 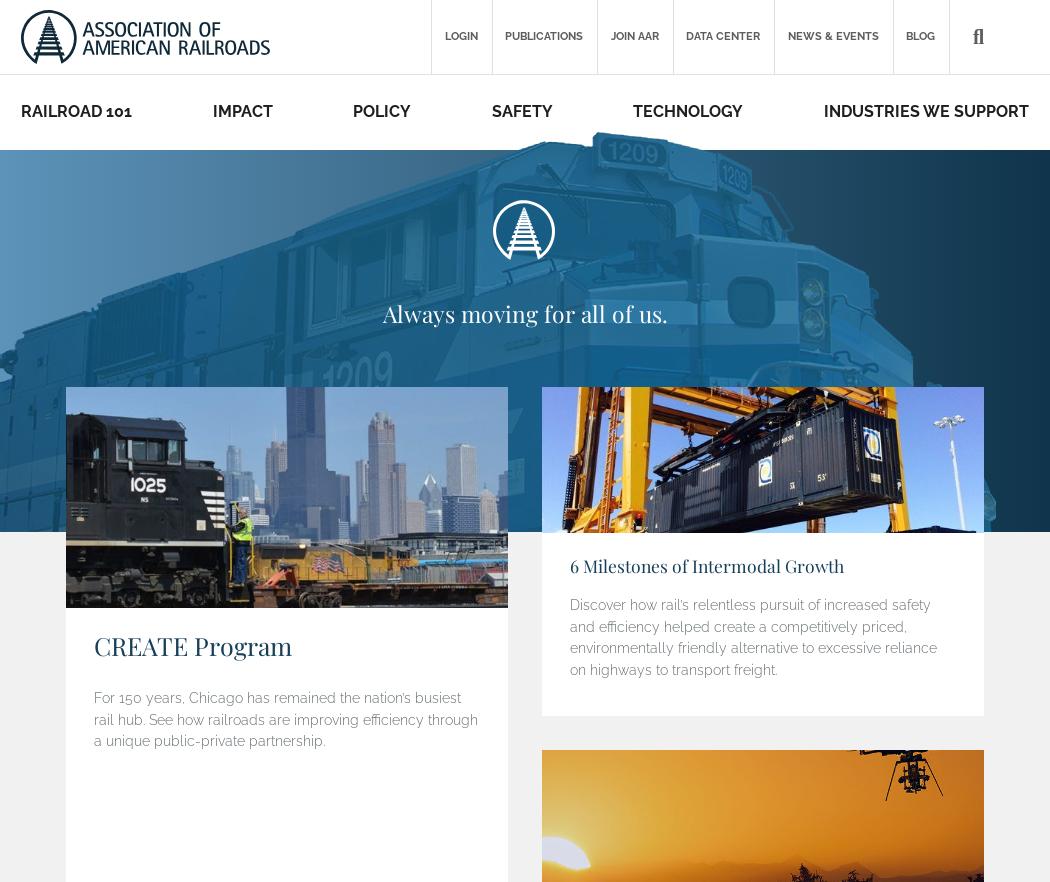 I want to click on 'CREATE Program', so click(x=191, y=645).